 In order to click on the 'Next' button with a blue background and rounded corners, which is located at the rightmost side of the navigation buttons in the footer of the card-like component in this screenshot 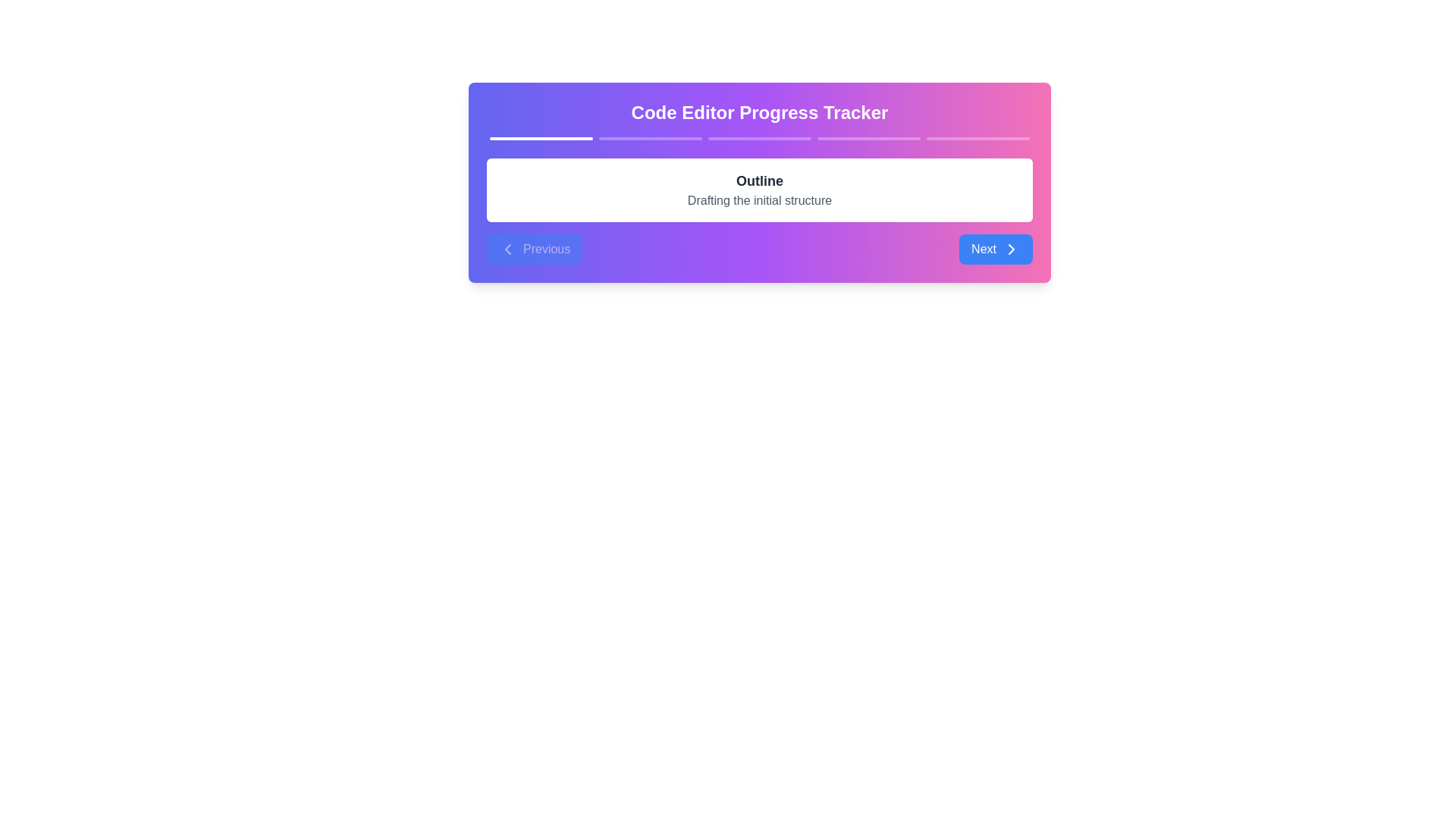, I will do `click(996, 248)`.